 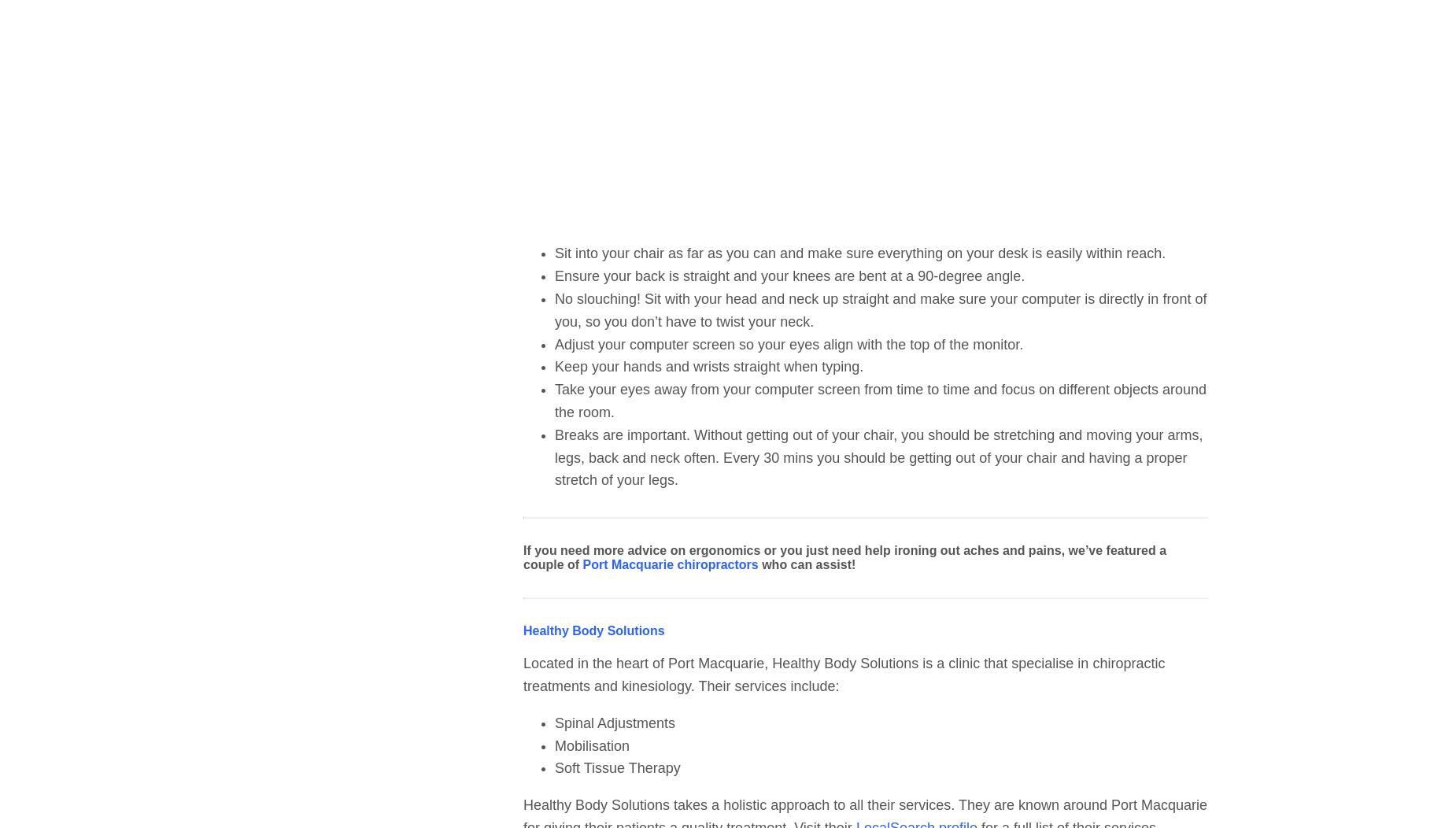 I want to click on 'Take your eyes away from your computer screen from time to time and focus on different objects around the room.', so click(x=879, y=400).